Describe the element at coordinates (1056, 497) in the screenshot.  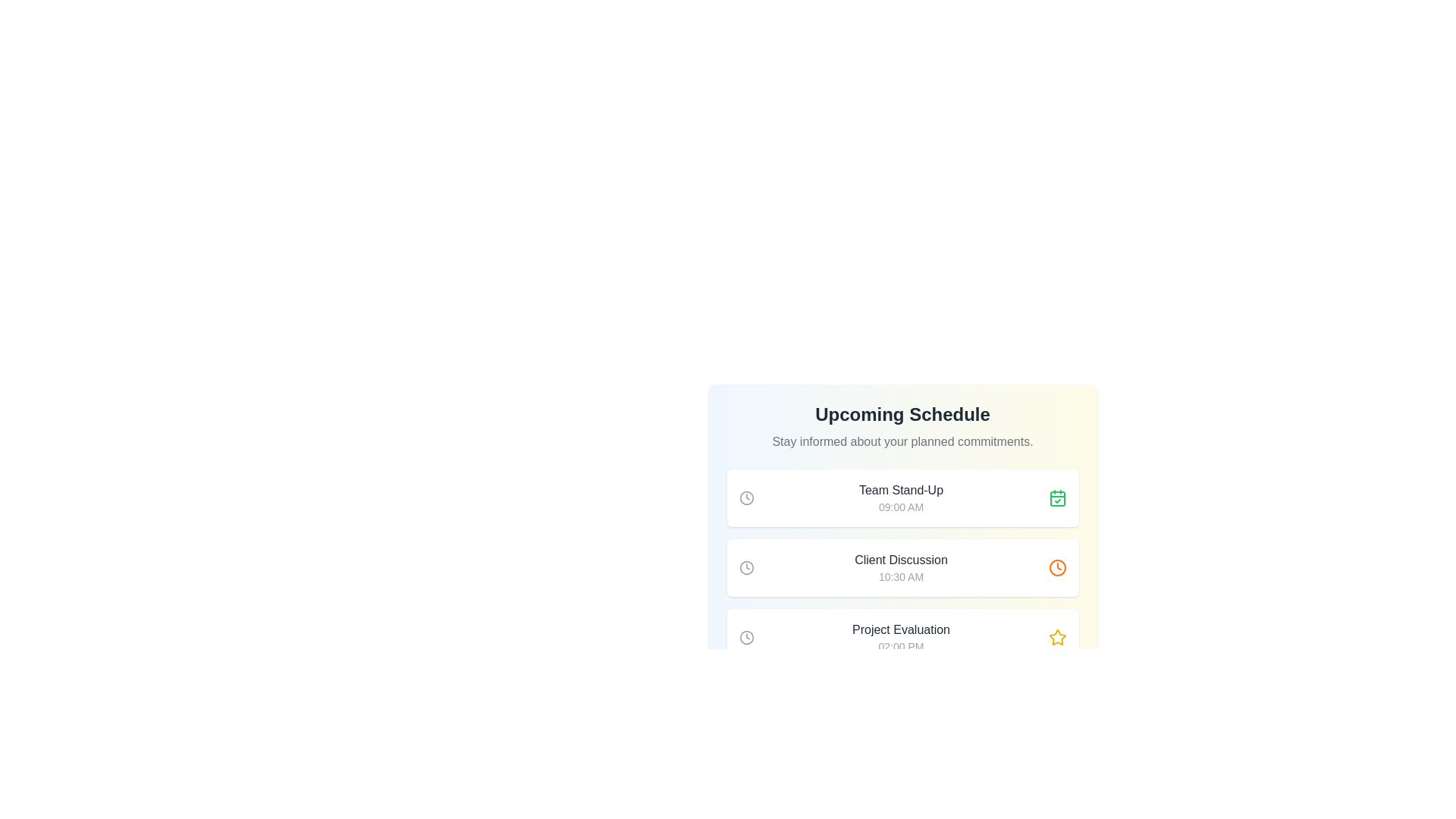
I see `the calendar icon with a green outline and a check mark inside, located at the far right of the 'Team Stand-Up' meeting card` at that location.